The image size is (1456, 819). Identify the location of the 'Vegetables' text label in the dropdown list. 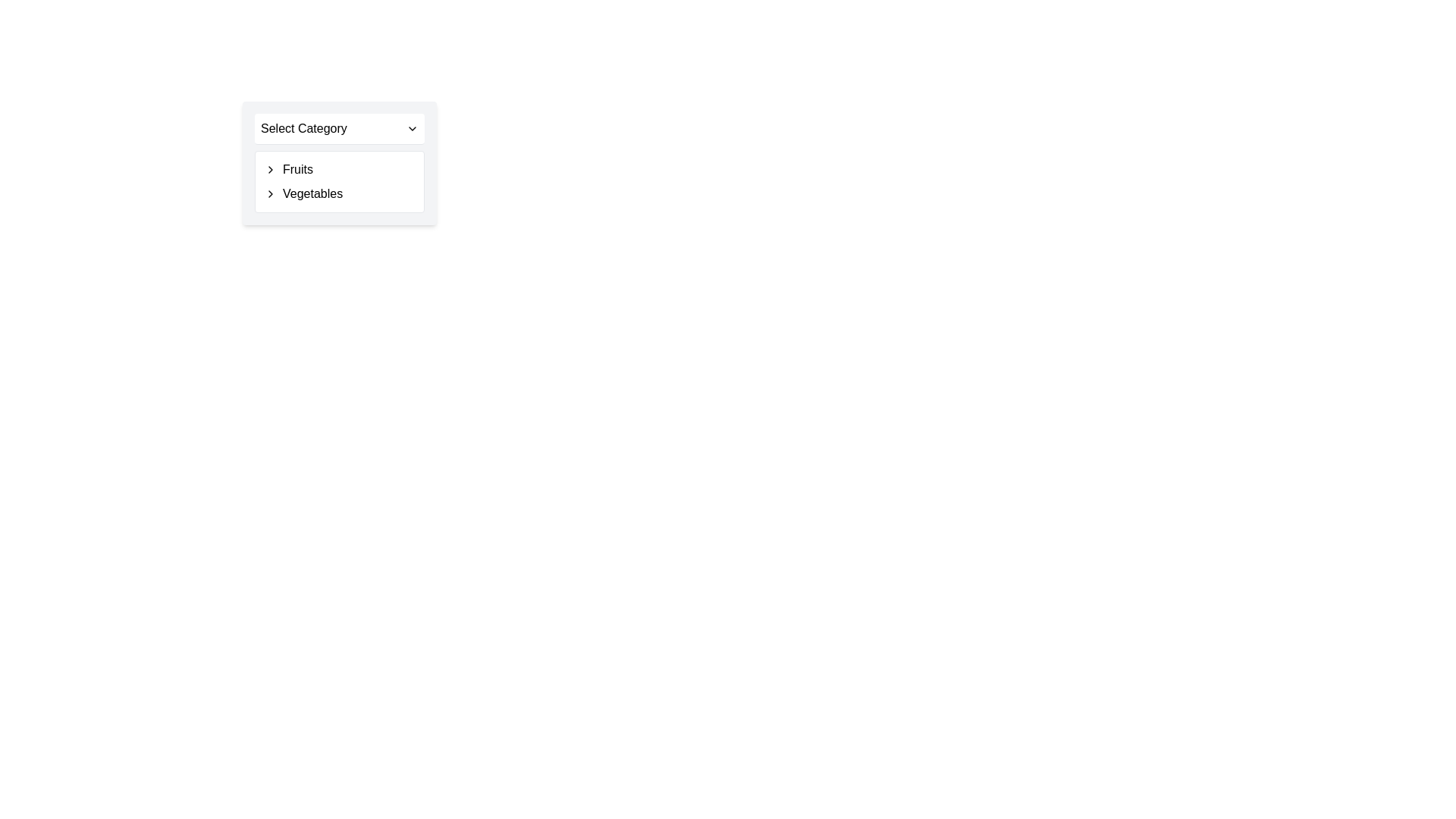
(338, 193).